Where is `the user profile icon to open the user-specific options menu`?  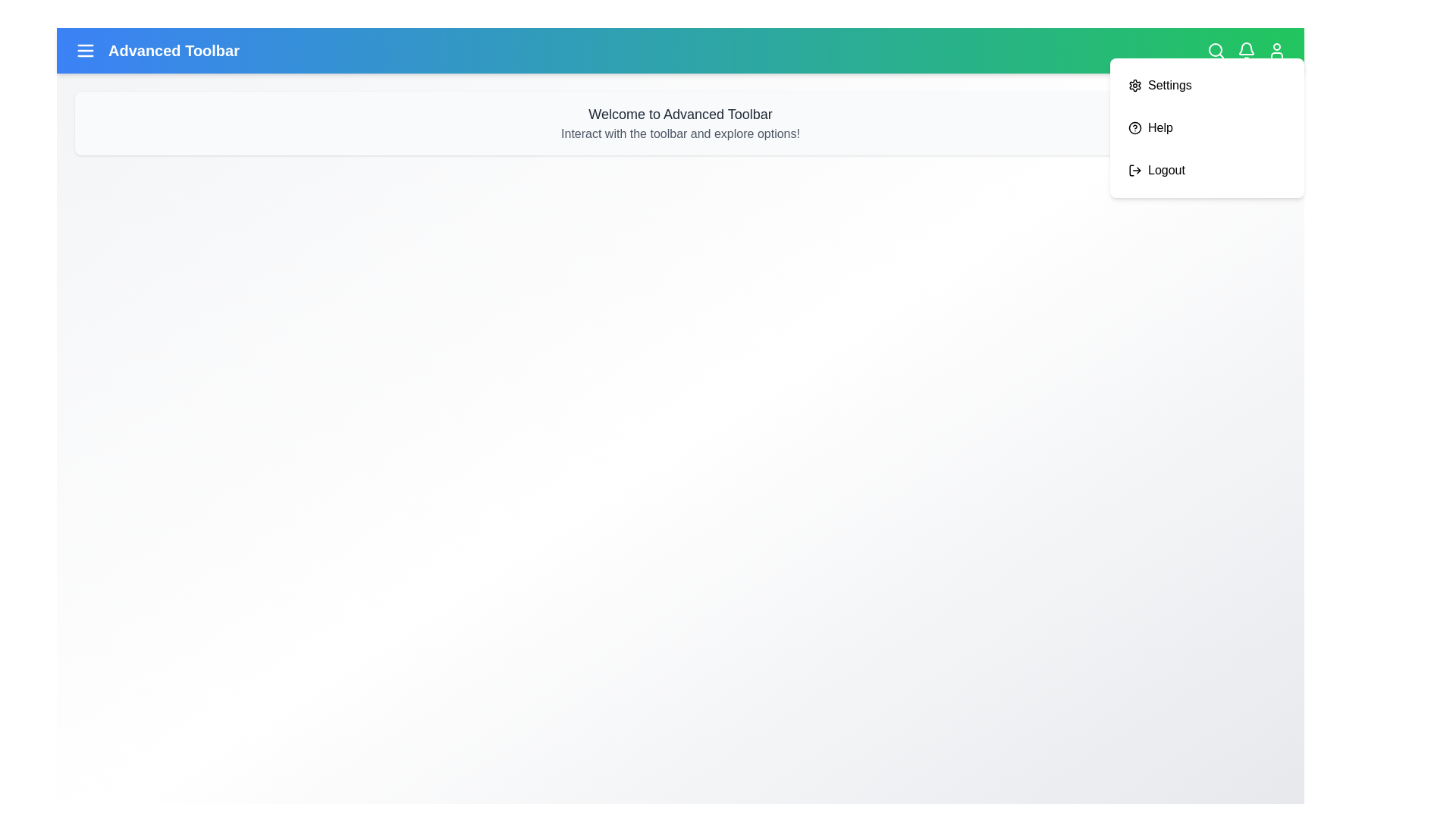
the user profile icon to open the user-specific options menu is located at coordinates (1276, 49).